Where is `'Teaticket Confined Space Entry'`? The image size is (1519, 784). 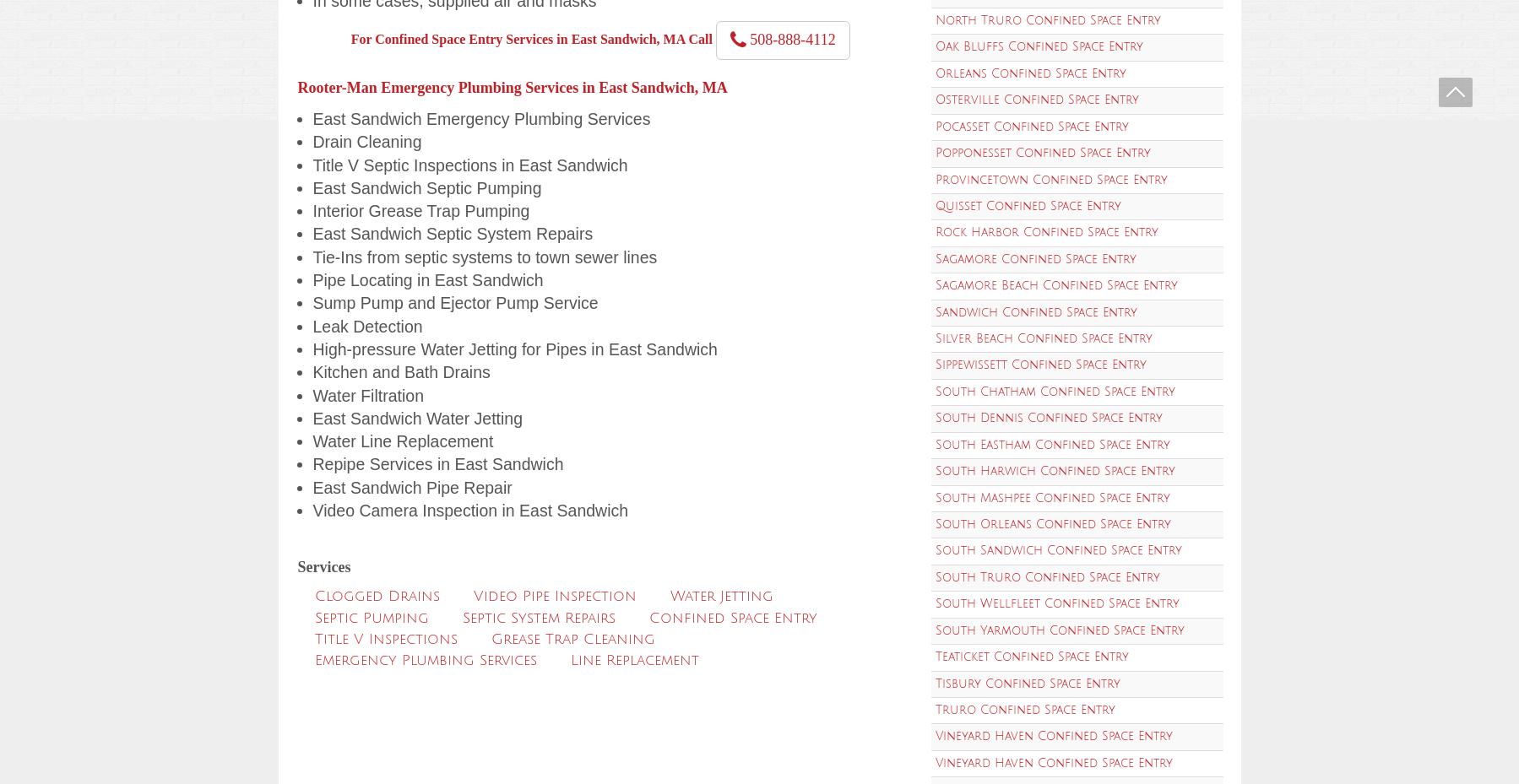
'Teaticket Confined Space Entry' is located at coordinates (1031, 656).